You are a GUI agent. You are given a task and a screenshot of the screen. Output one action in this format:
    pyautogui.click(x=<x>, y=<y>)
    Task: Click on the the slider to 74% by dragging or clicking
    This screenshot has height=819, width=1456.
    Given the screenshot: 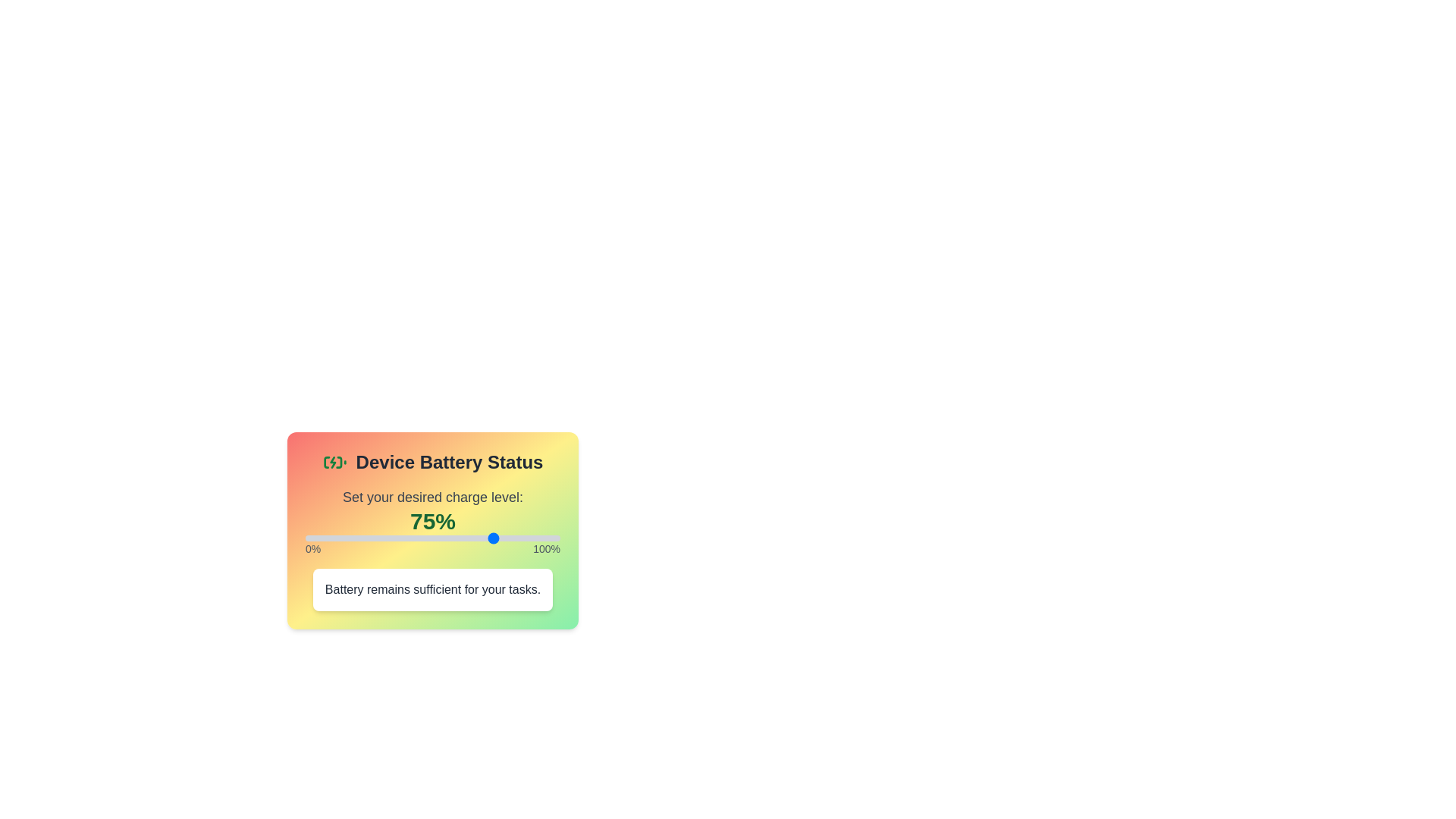 What is the action you would take?
    pyautogui.click(x=494, y=537)
    